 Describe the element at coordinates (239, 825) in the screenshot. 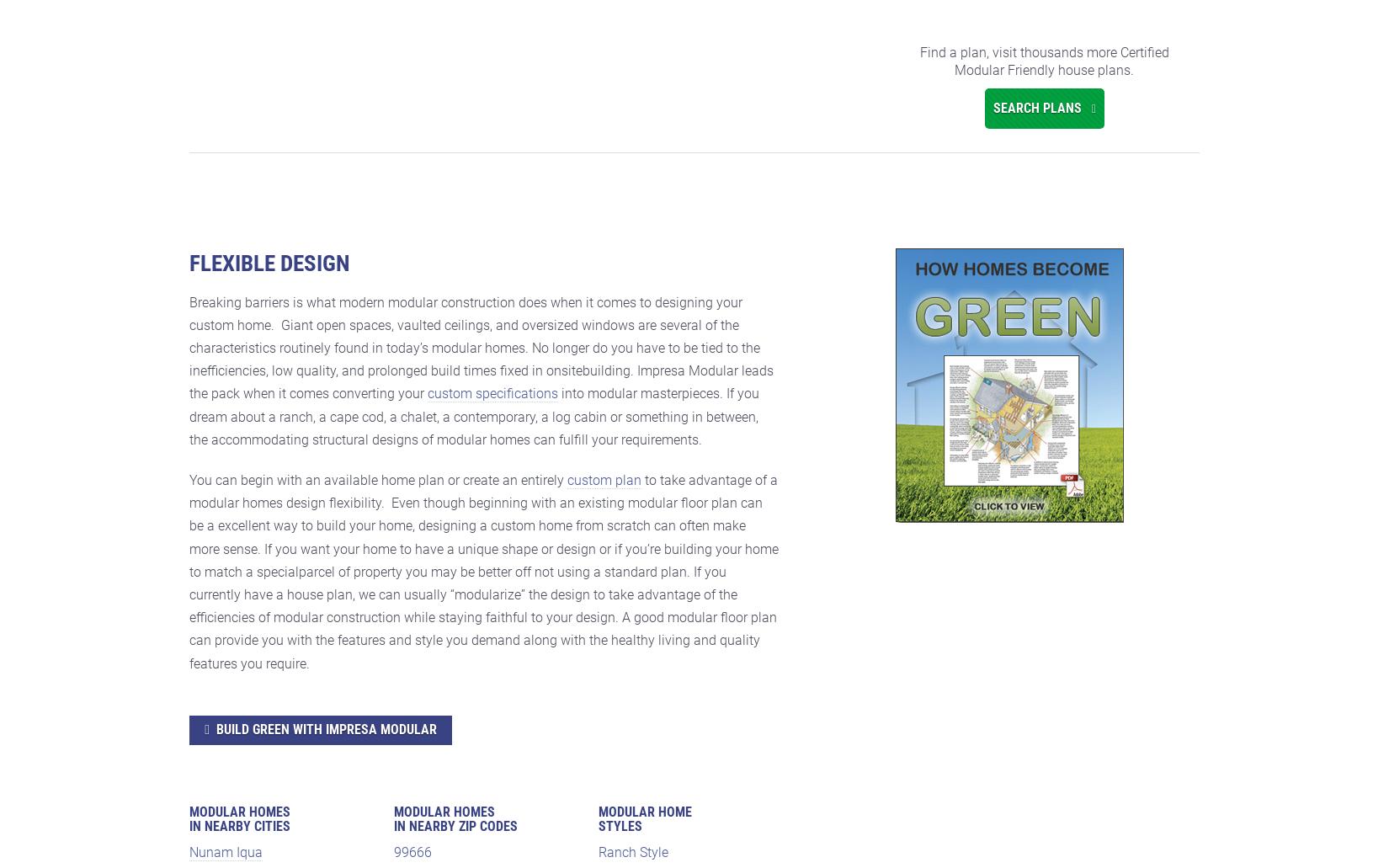

I see `'in Nearby Cities'` at that location.